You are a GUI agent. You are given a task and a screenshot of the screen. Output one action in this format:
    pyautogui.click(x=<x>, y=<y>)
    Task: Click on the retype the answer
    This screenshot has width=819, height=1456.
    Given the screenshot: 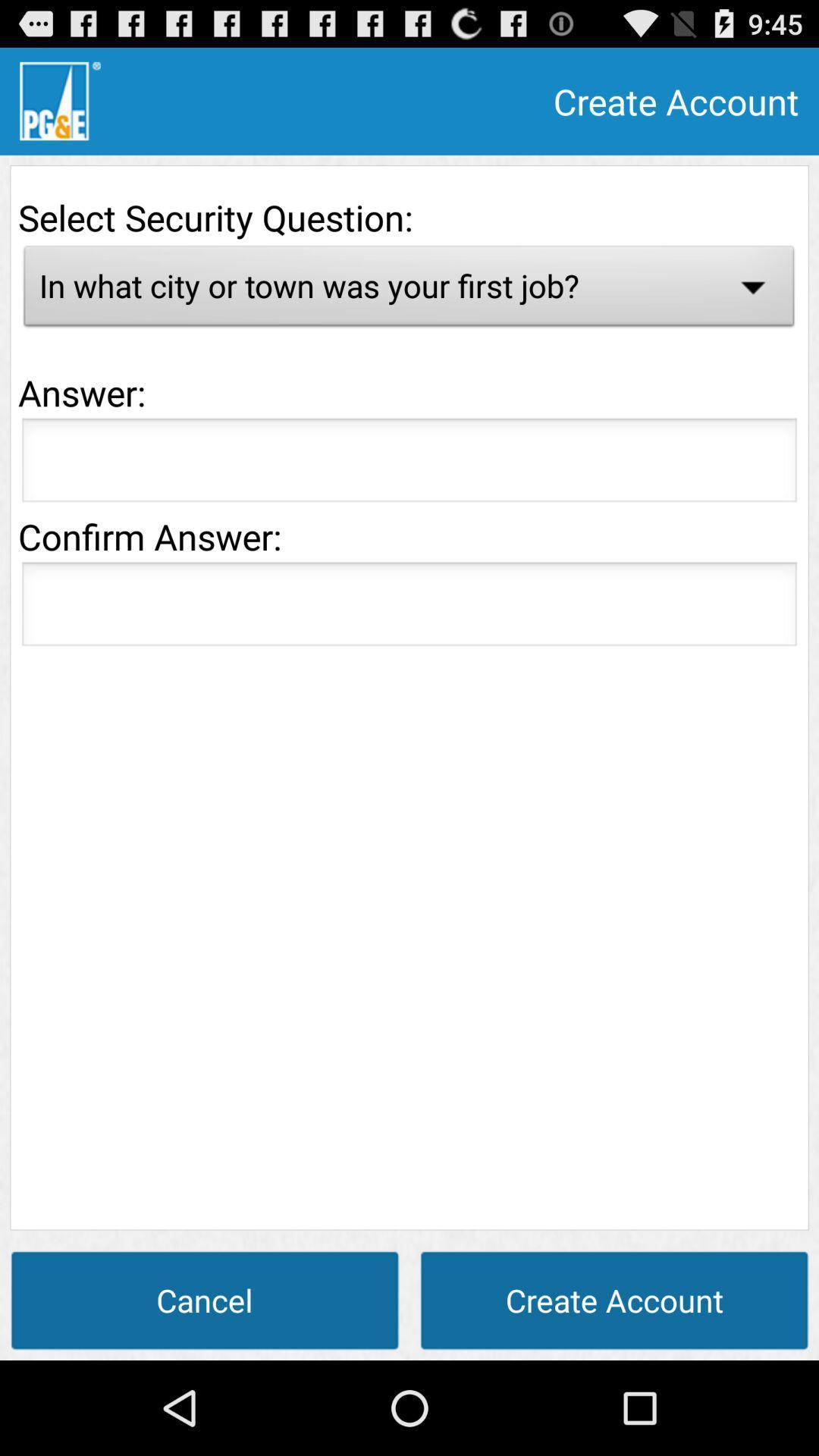 What is the action you would take?
    pyautogui.click(x=409, y=608)
    